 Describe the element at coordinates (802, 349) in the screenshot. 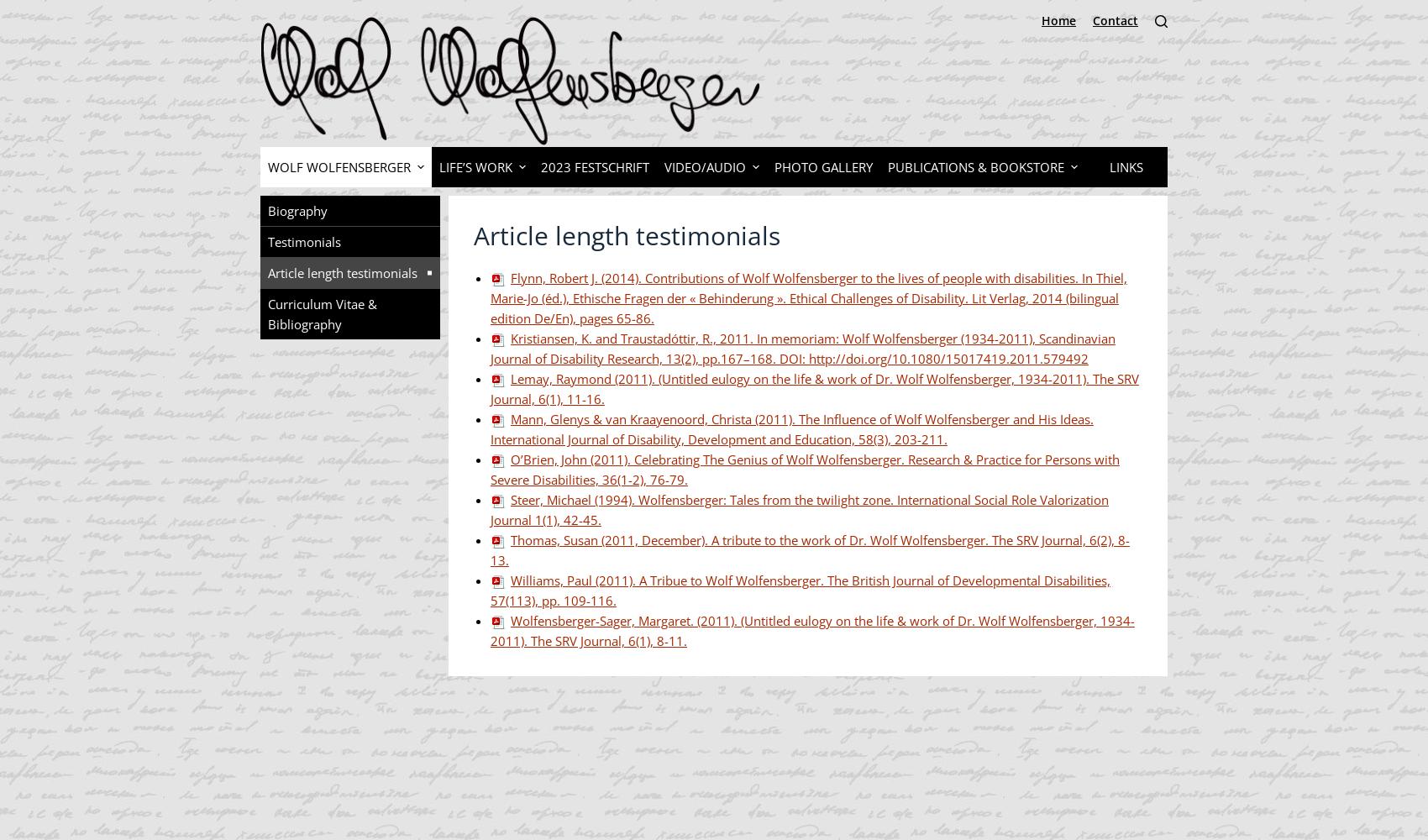

I see `'Kristiansen, K. and Traustadóttir, R., 2011. In memoriam: Wolf Wolfensberger (1934-2011), Scandinavian Journal of Disability Research, 13(2), pp.167–168. DOI: http://doi.org/10.1080/15017419.2011.579492'` at that location.